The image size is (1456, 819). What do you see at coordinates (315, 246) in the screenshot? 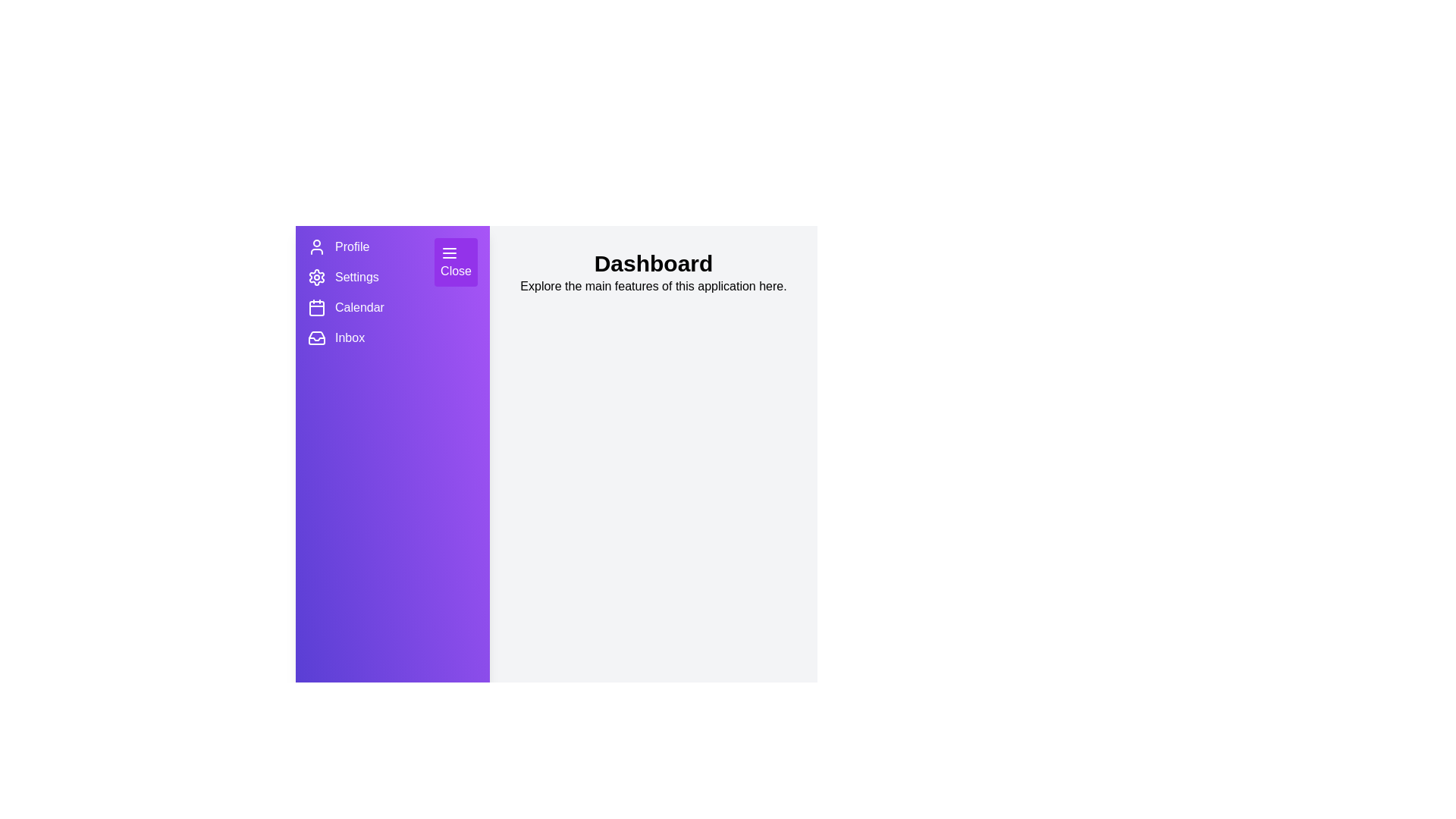
I see `the menu item Profile` at bounding box center [315, 246].